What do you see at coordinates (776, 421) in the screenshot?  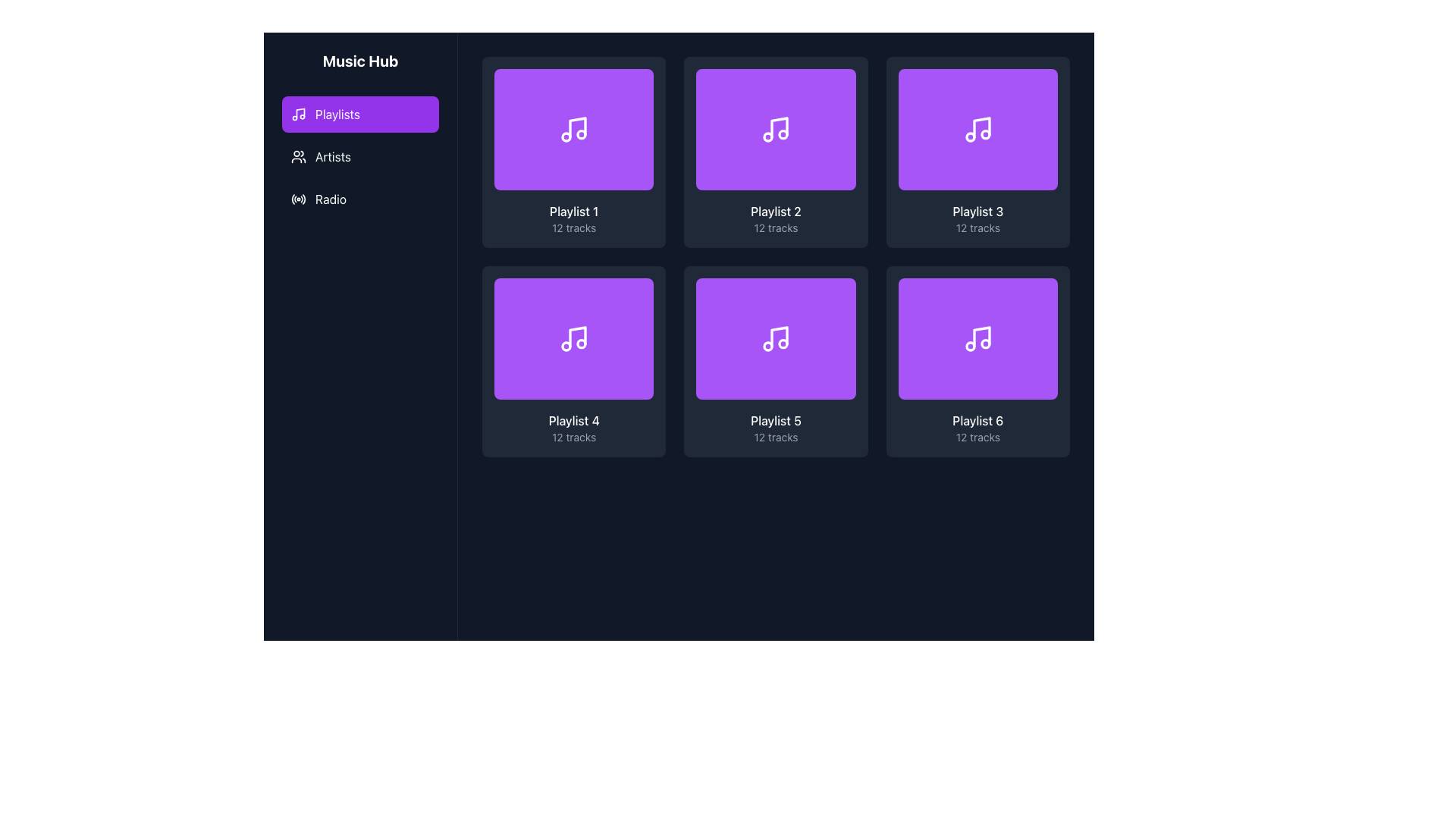 I see `the text label displaying 'Playlist 5' which is located in the second row and third column of the grid layout` at bounding box center [776, 421].